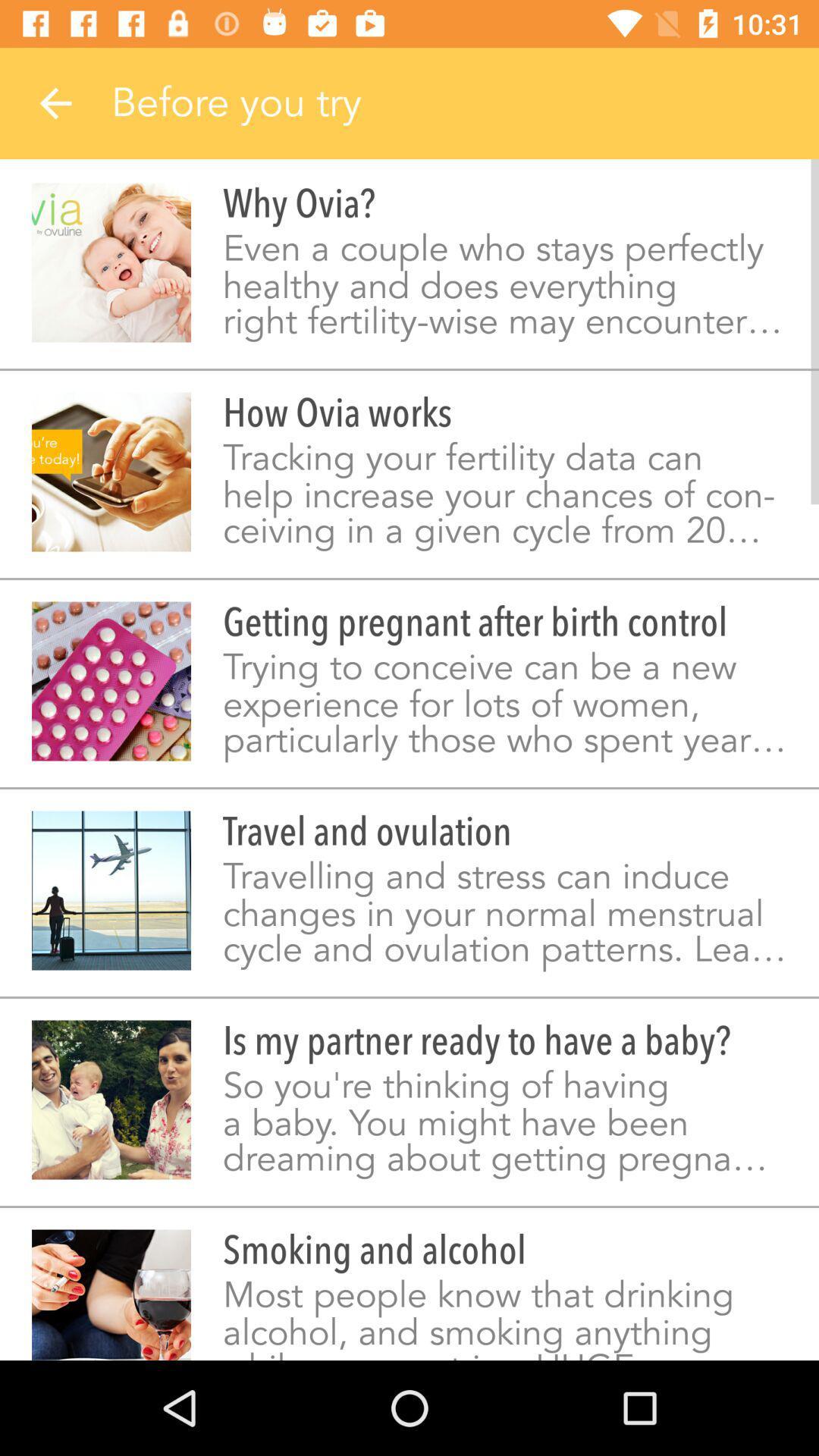 This screenshot has height=1456, width=819. Describe the element at coordinates (464, 102) in the screenshot. I see `the item above why ovia? item` at that location.